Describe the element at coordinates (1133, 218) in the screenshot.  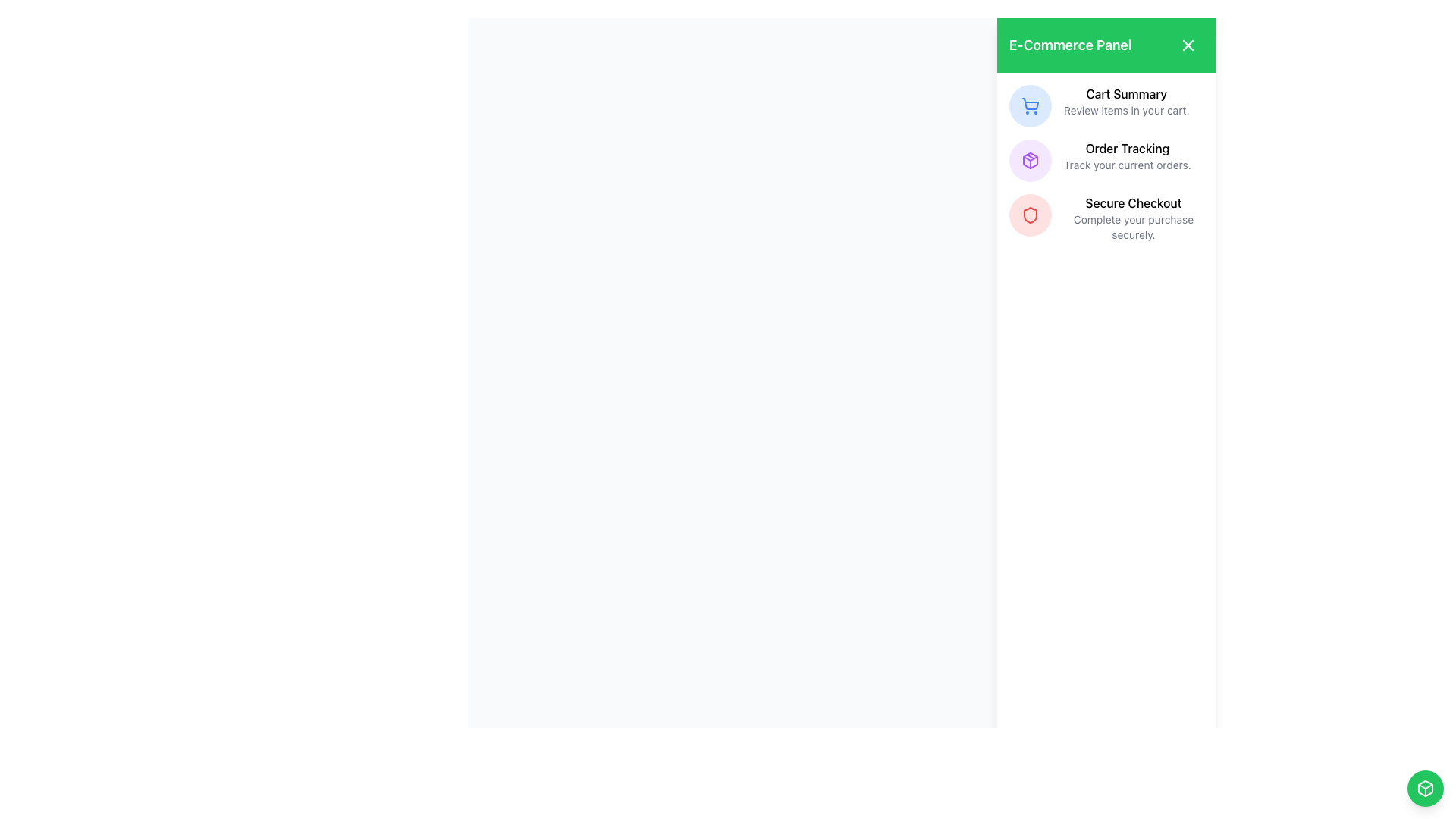
I see `the Textblock with a header and description located in the 'E-Commerce Panel', positioned between 'Order Tracking' and the next section` at that location.